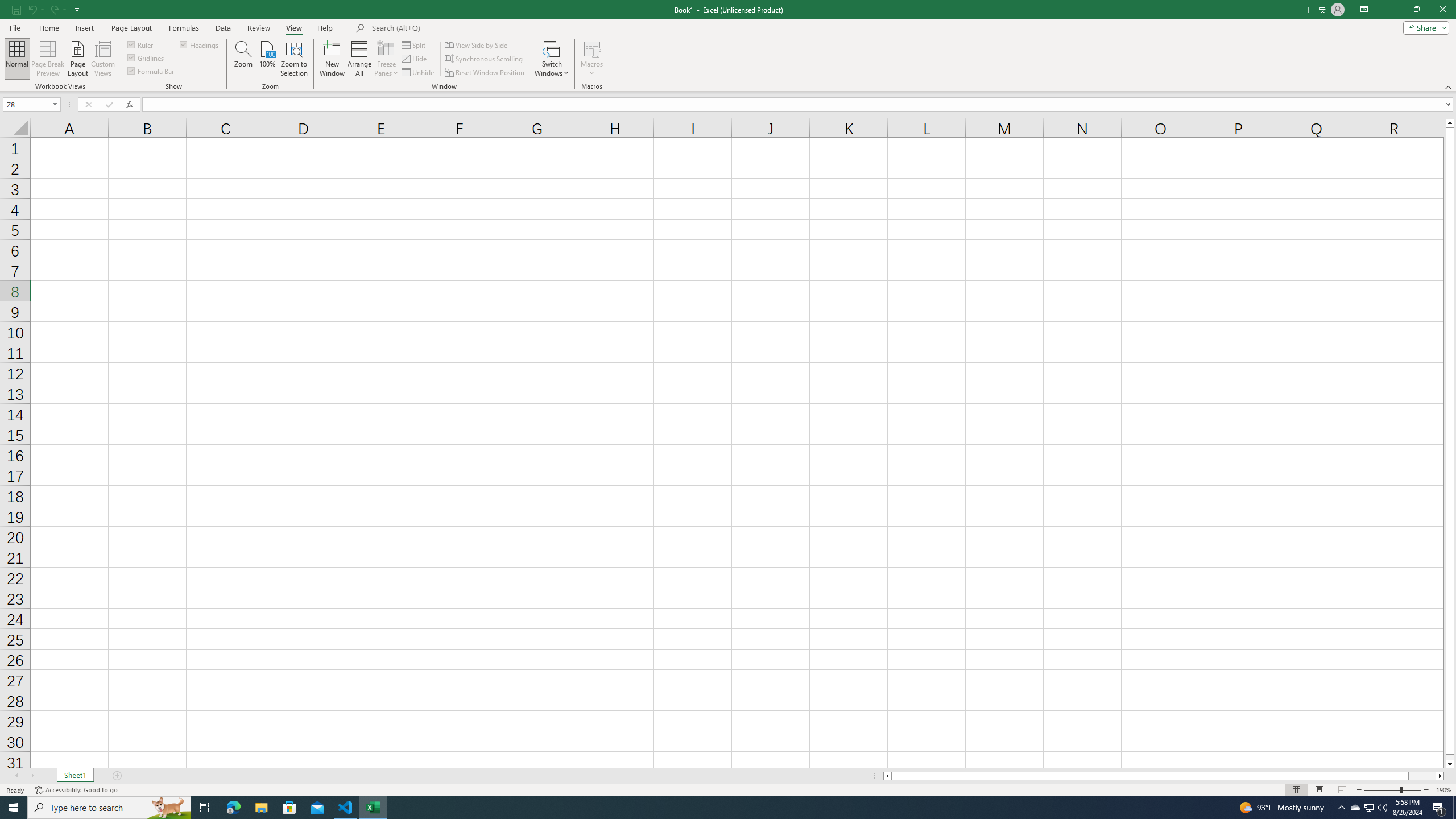 Image resolution: width=1456 pixels, height=819 pixels. What do you see at coordinates (728, 45) in the screenshot?
I see `'Class: MsoCommandBar'` at bounding box center [728, 45].